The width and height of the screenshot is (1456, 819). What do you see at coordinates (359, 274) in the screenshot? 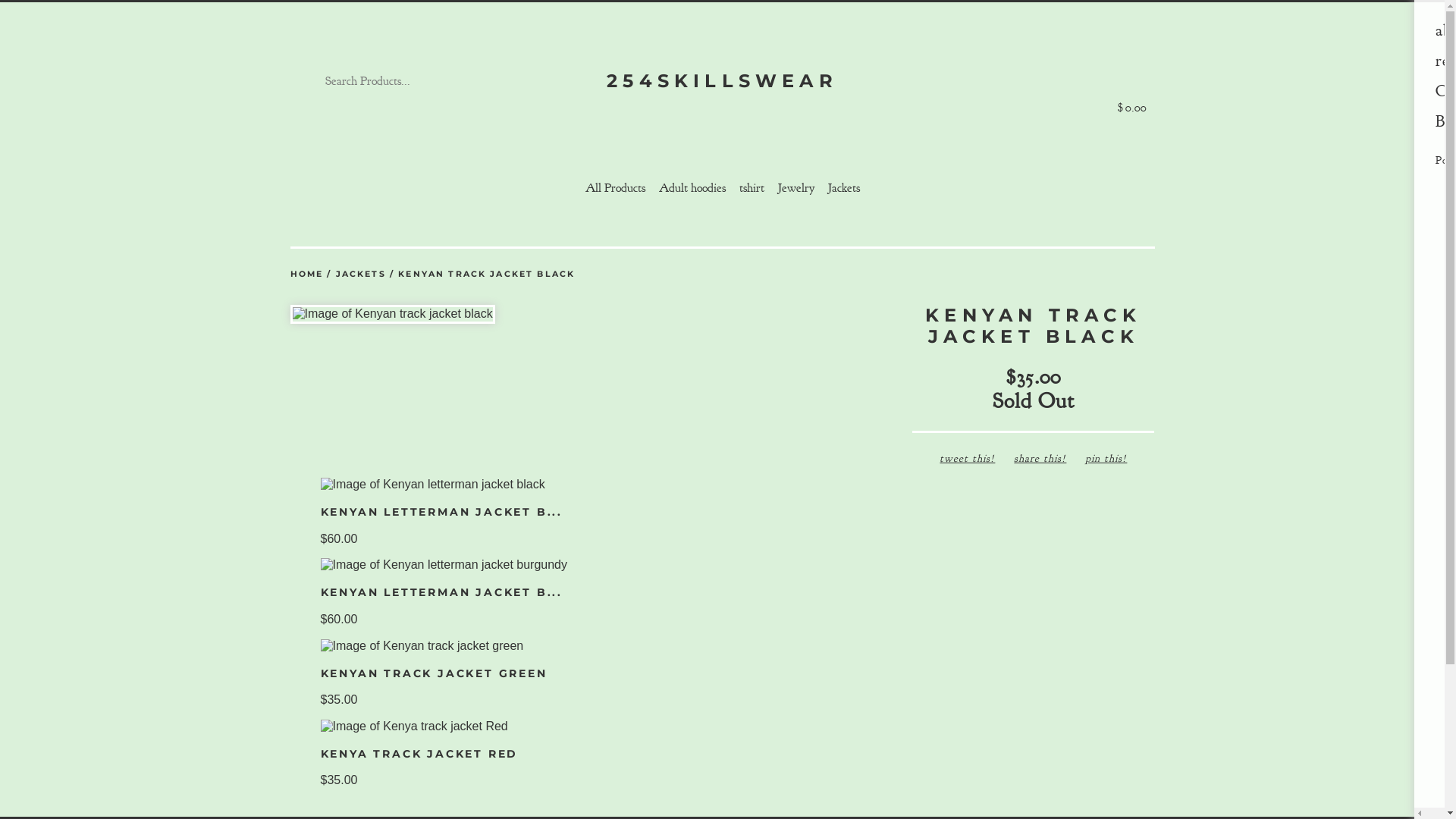
I see `'JACKETS'` at bounding box center [359, 274].